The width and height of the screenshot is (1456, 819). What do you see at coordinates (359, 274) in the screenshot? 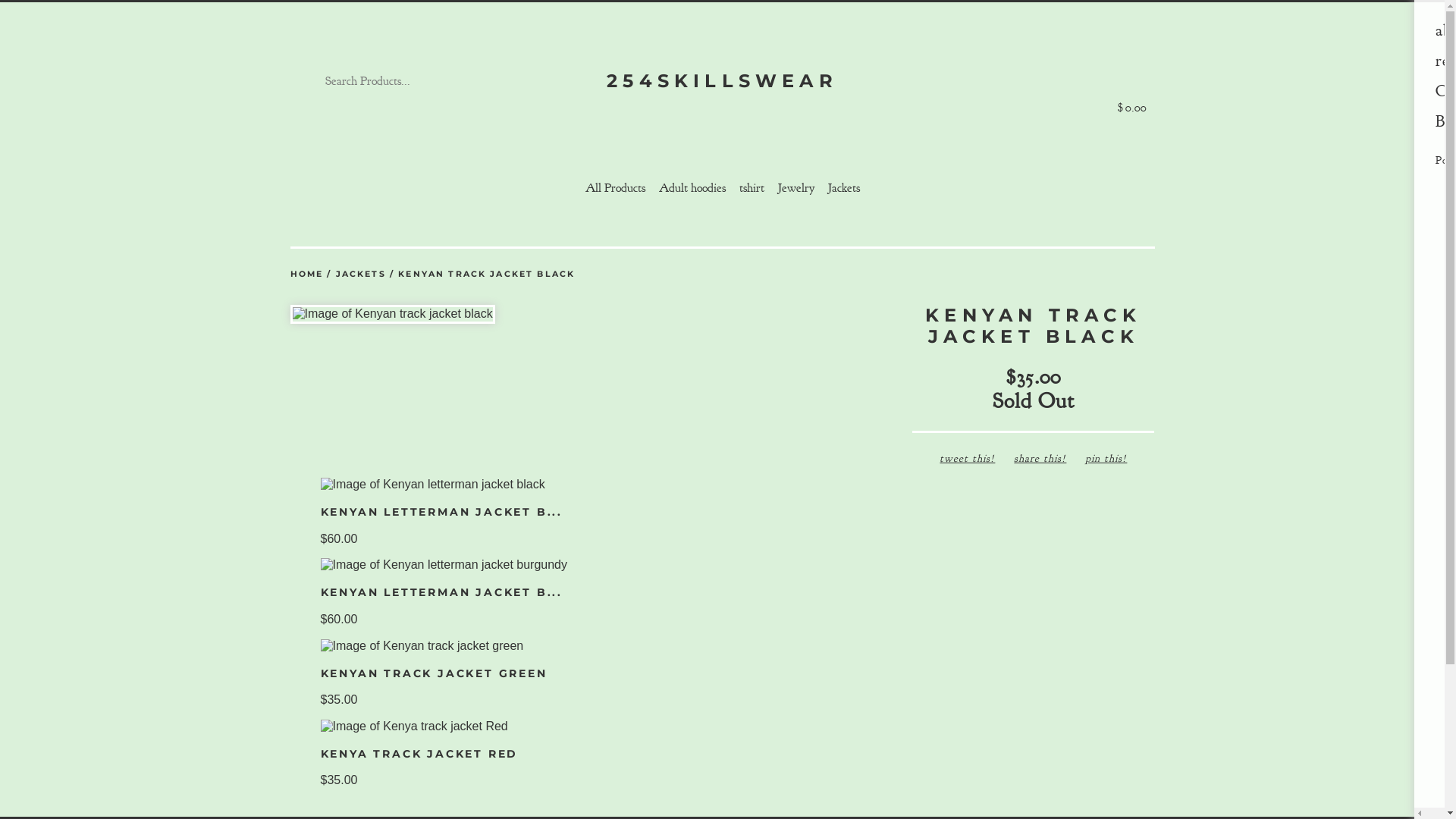
I see `'JACKETS'` at bounding box center [359, 274].